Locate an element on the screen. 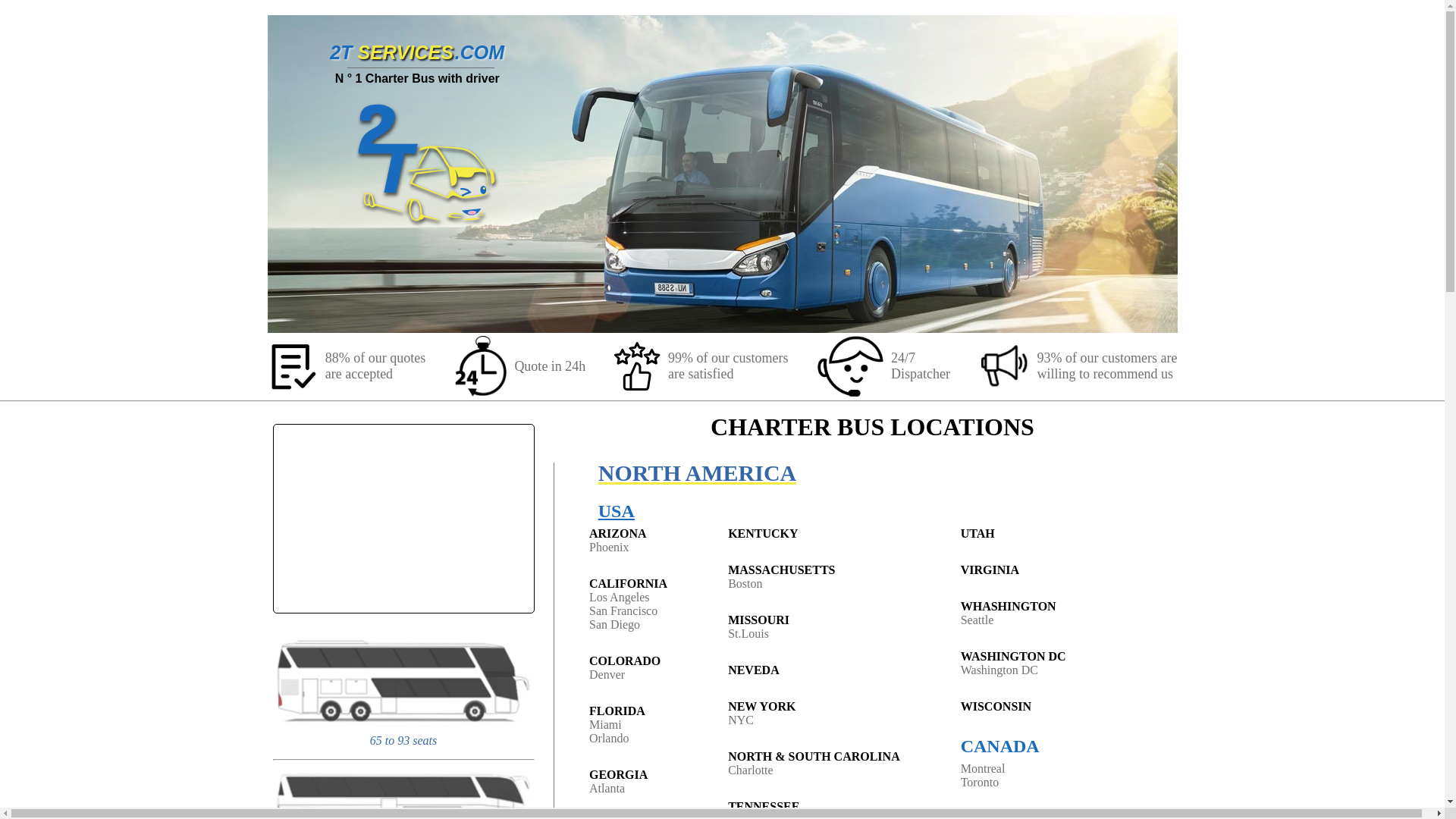 This screenshot has height=819, width=1456. 'WHASHINGTON' is located at coordinates (1008, 605).